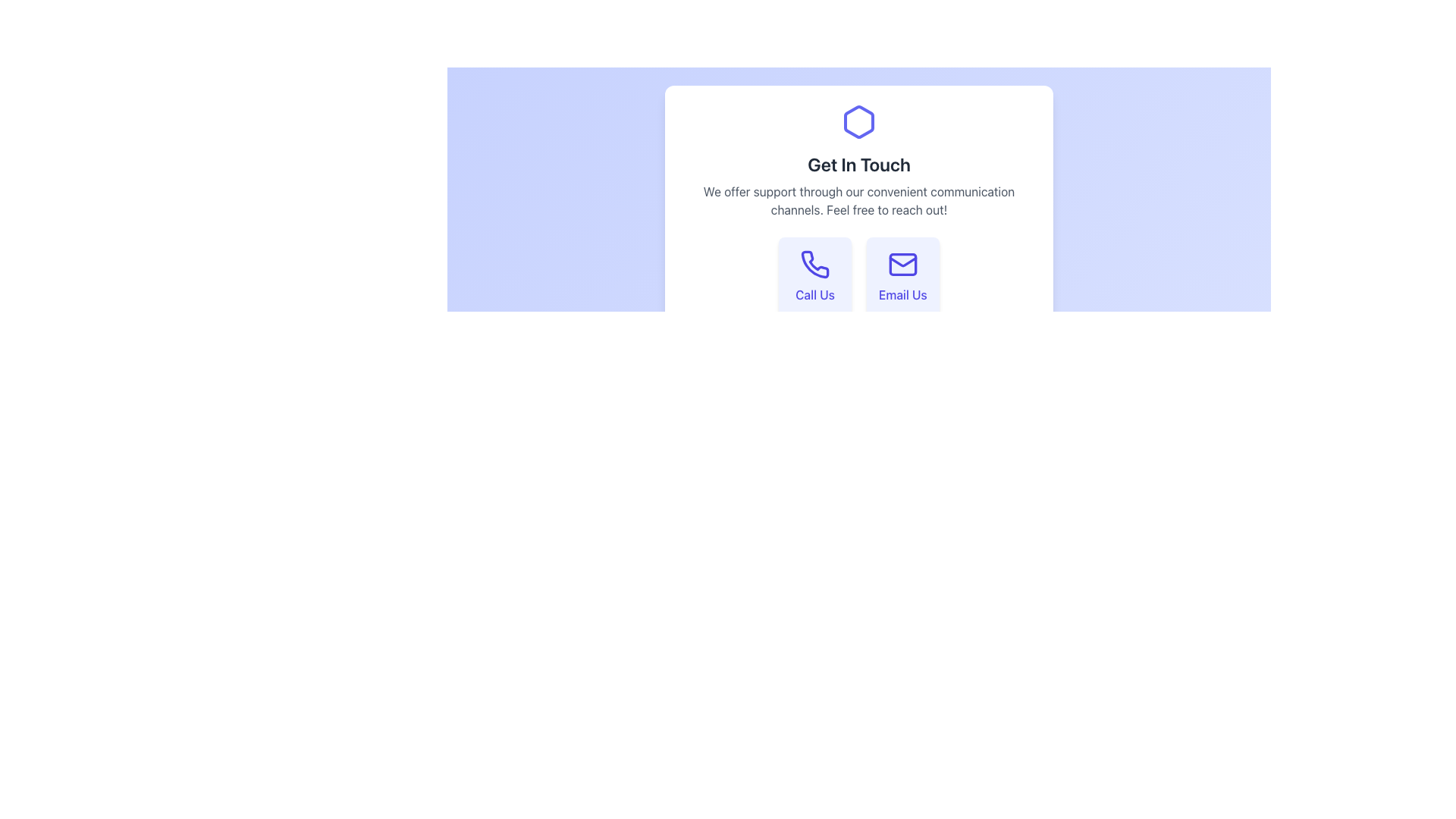 Image resolution: width=1456 pixels, height=819 pixels. Describe the element at coordinates (814, 277) in the screenshot. I see `the 'Call Us' button, which features a rounded rectangle with a light indigo background and a phone icon above the text in bold dark indigo` at that location.